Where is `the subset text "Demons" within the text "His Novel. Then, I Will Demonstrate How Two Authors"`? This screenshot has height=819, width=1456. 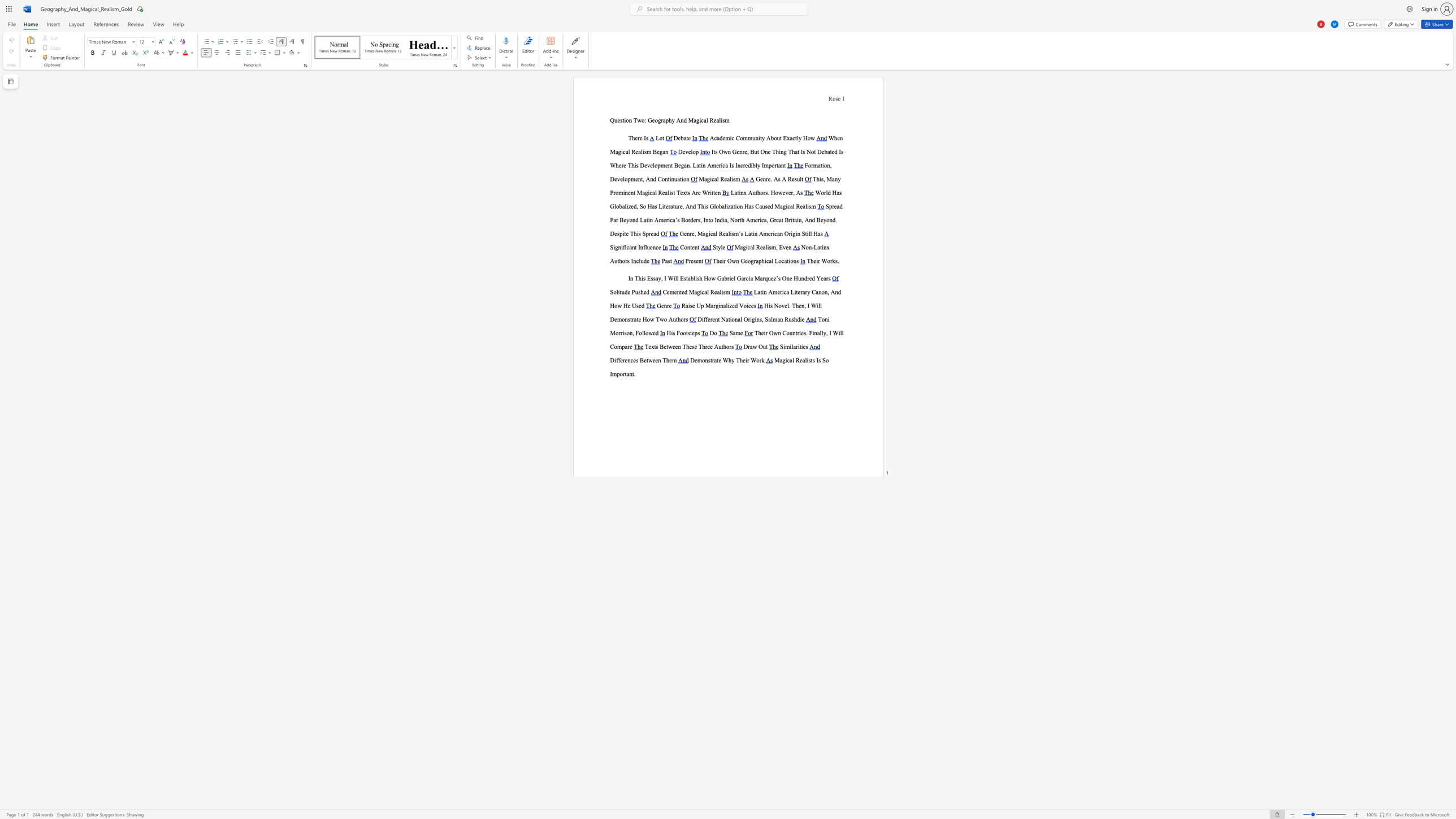
the subset text "Demons" within the text "His Novel. Then, I Will Demonstrate How Two Authors" is located at coordinates (610, 319).